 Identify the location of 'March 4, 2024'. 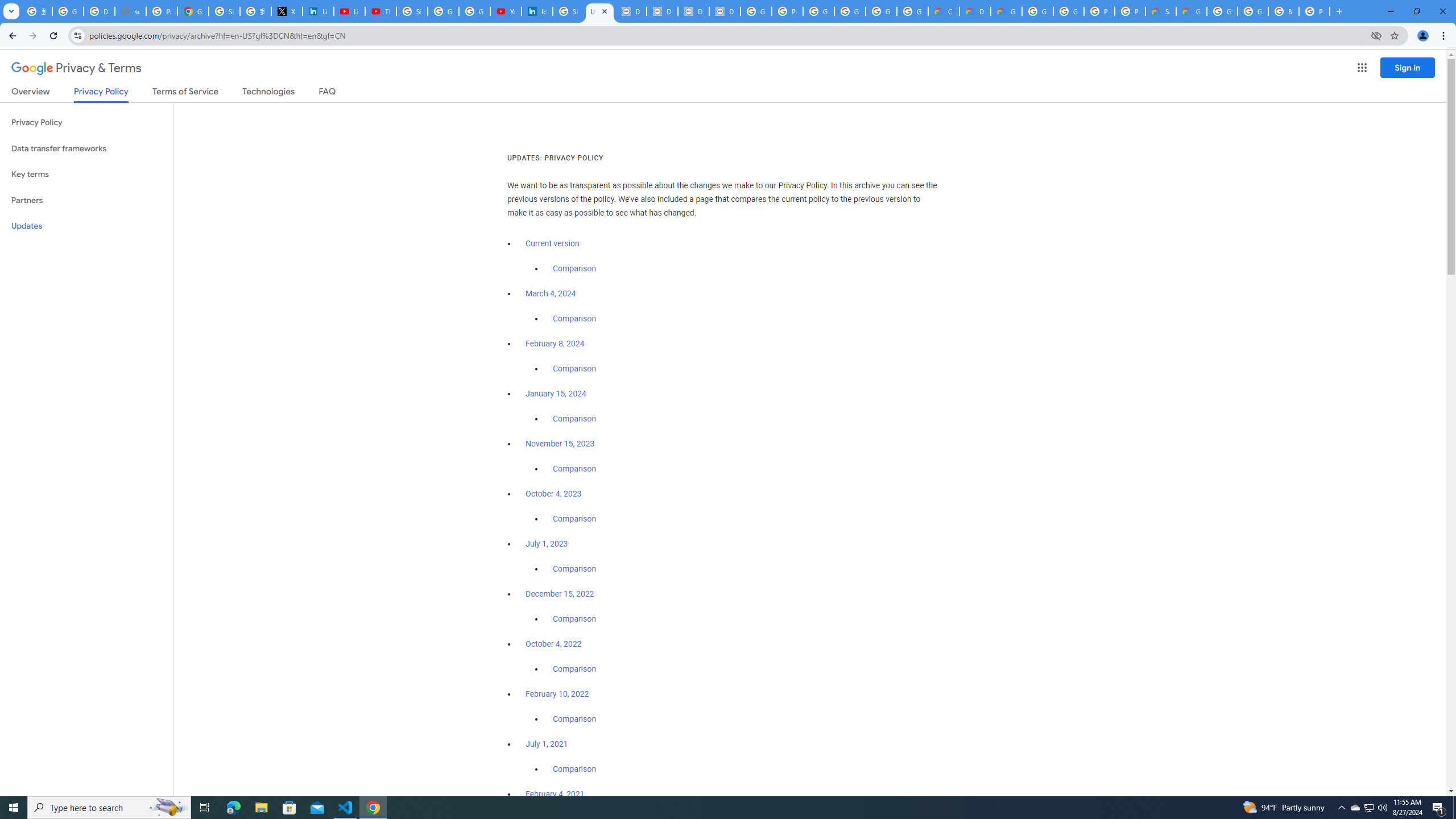
(550, 293).